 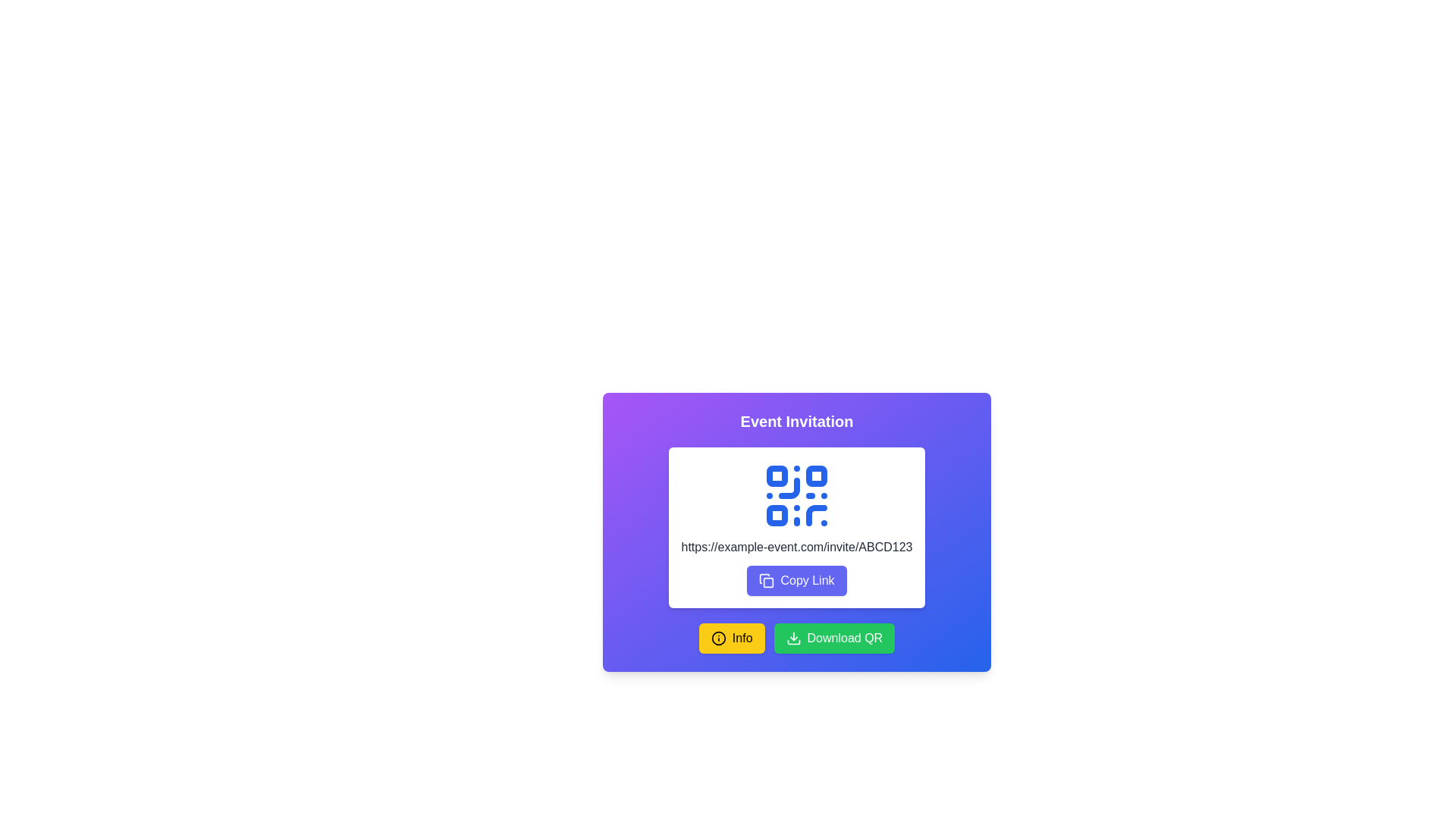 What do you see at coordinates (731, 638) in the screenshot?
I see `the first button located horizontally at the bottom of the modal, which is to the left of the green 'Download QR' button` at bounding box center [731, 638].